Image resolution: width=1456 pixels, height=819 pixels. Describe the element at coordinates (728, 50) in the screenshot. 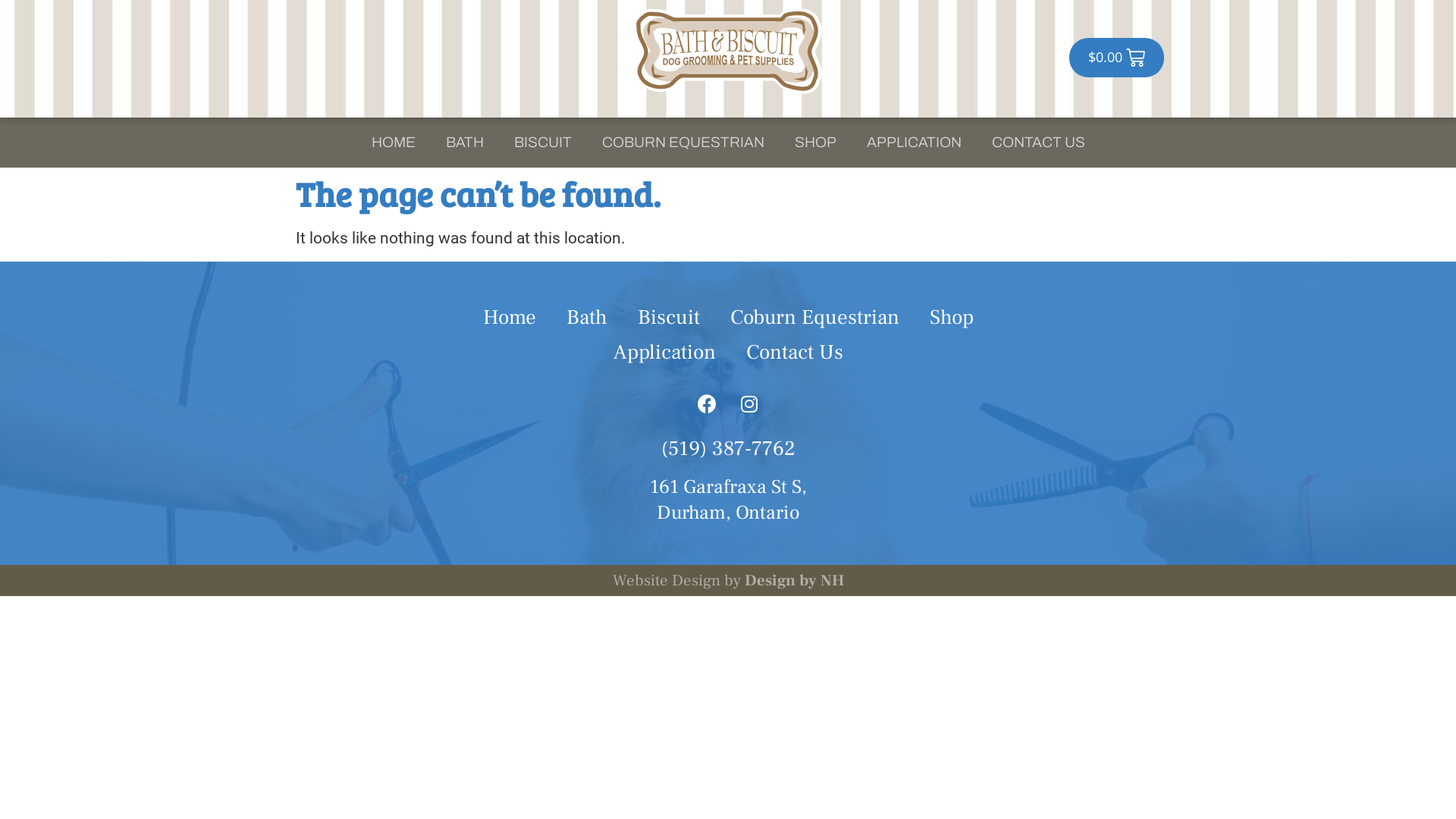

I see `'bath and biscuit'` at that location.